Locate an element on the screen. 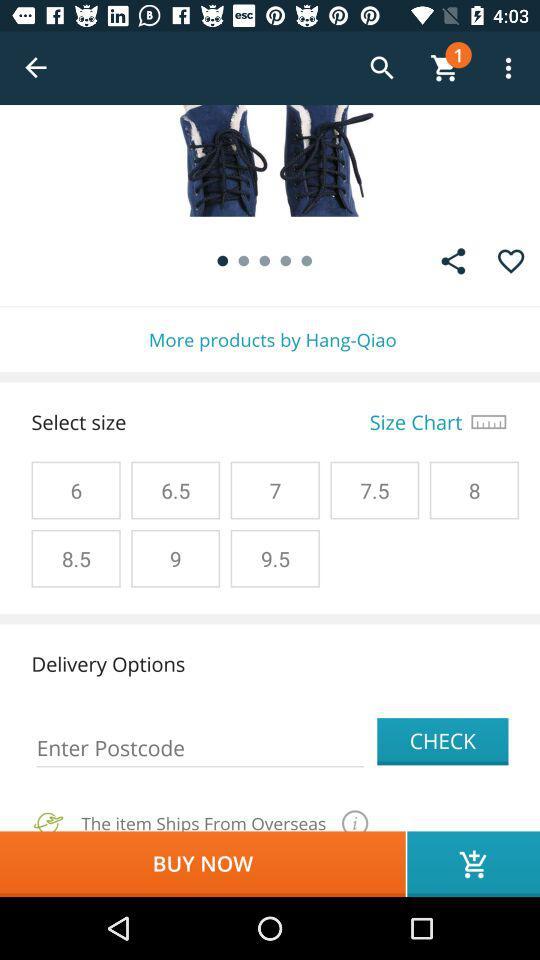 The image size is (540, 960). 6 on the left side of 65 is located at coordinates (75, 489).